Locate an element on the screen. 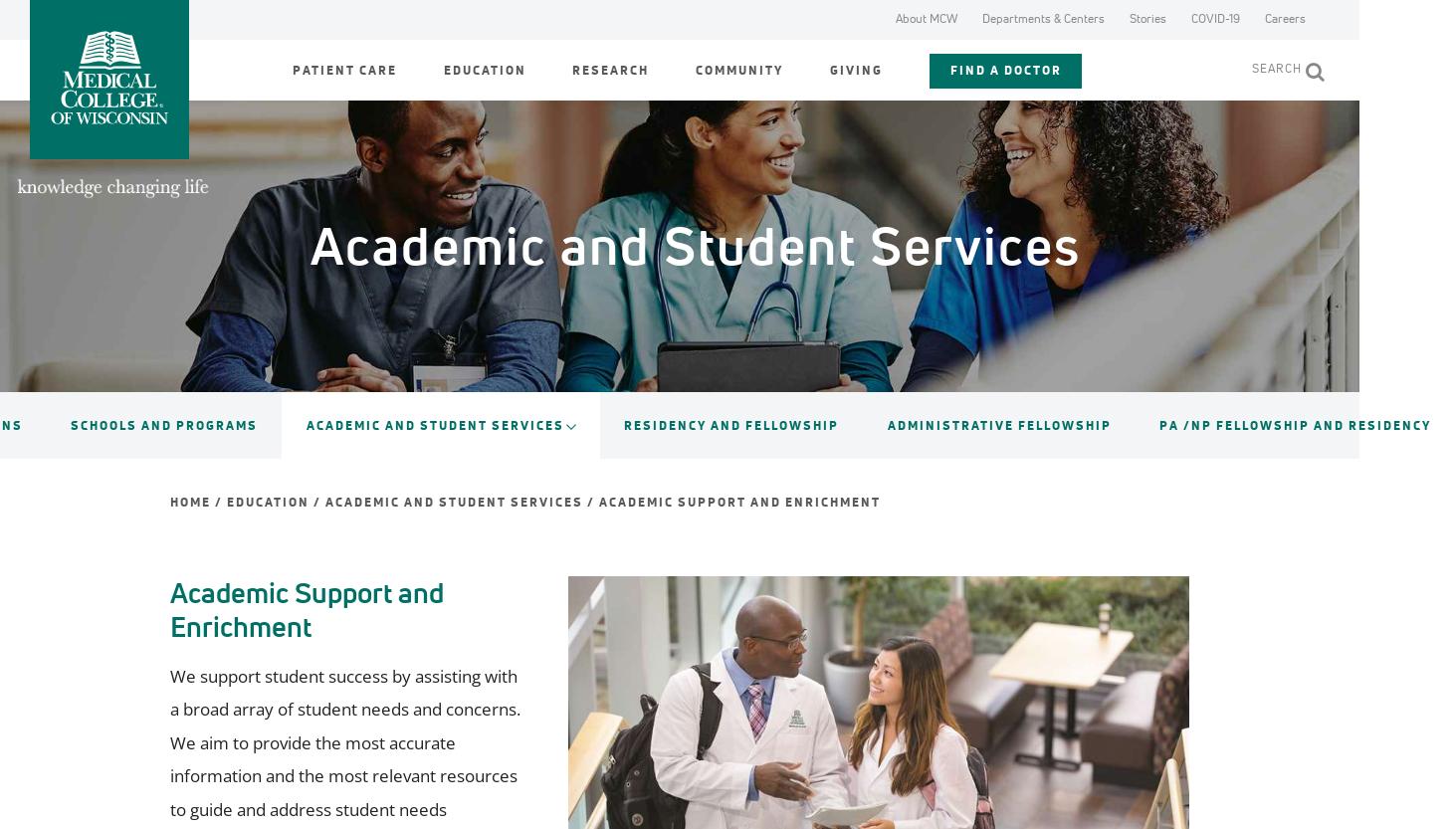 The height and width of the screenshot is (829, 1456). 'COVID-19' is located at coordinates (1214, 18).